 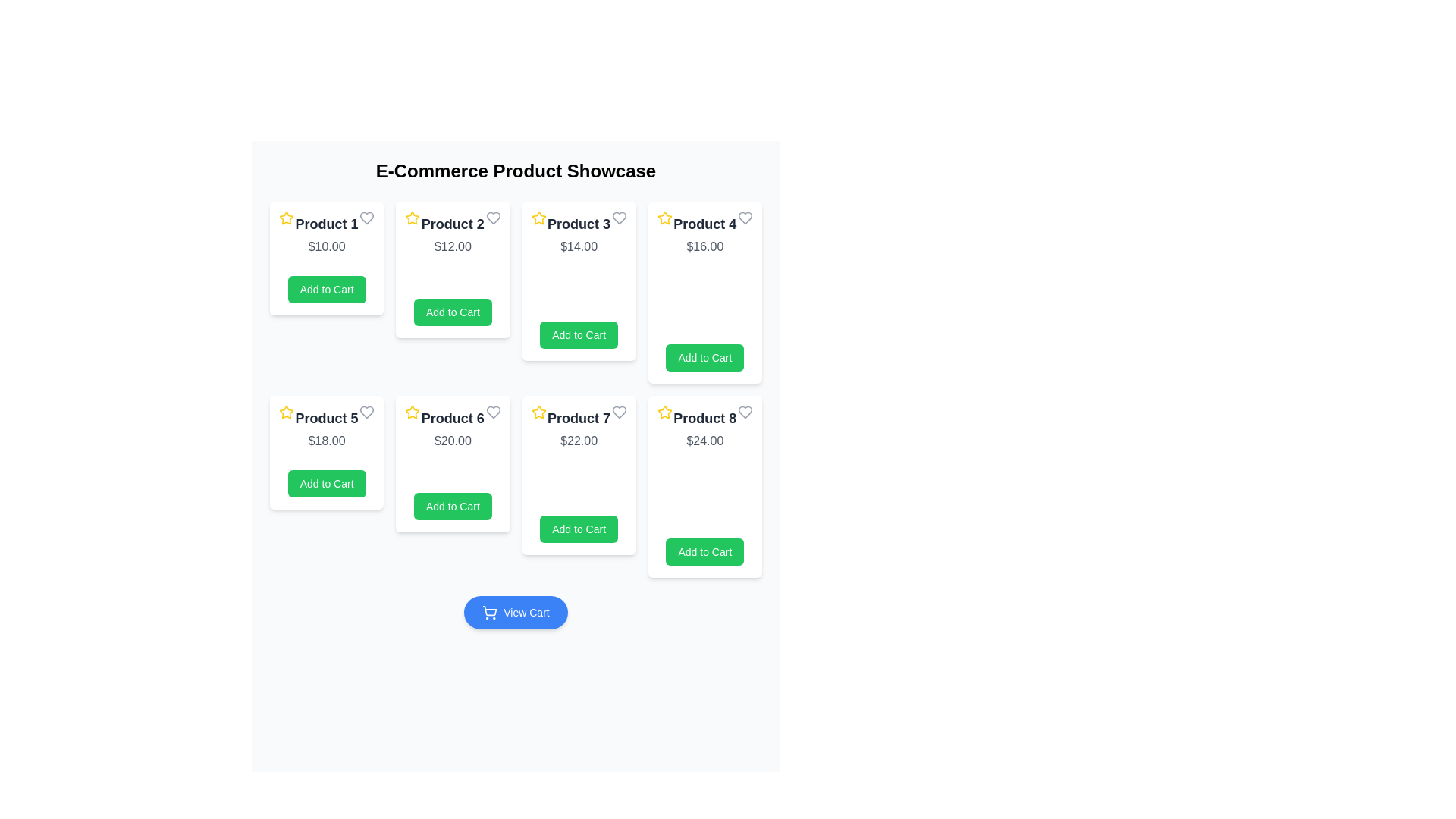 What do you see at coordinates (452, 268) in the screenshot?
I see `the 'Add to Cart' button on the second product card in the grid layout, positioned between 'Product 1' and 'Product 3'` at bounding box center [452, 268].